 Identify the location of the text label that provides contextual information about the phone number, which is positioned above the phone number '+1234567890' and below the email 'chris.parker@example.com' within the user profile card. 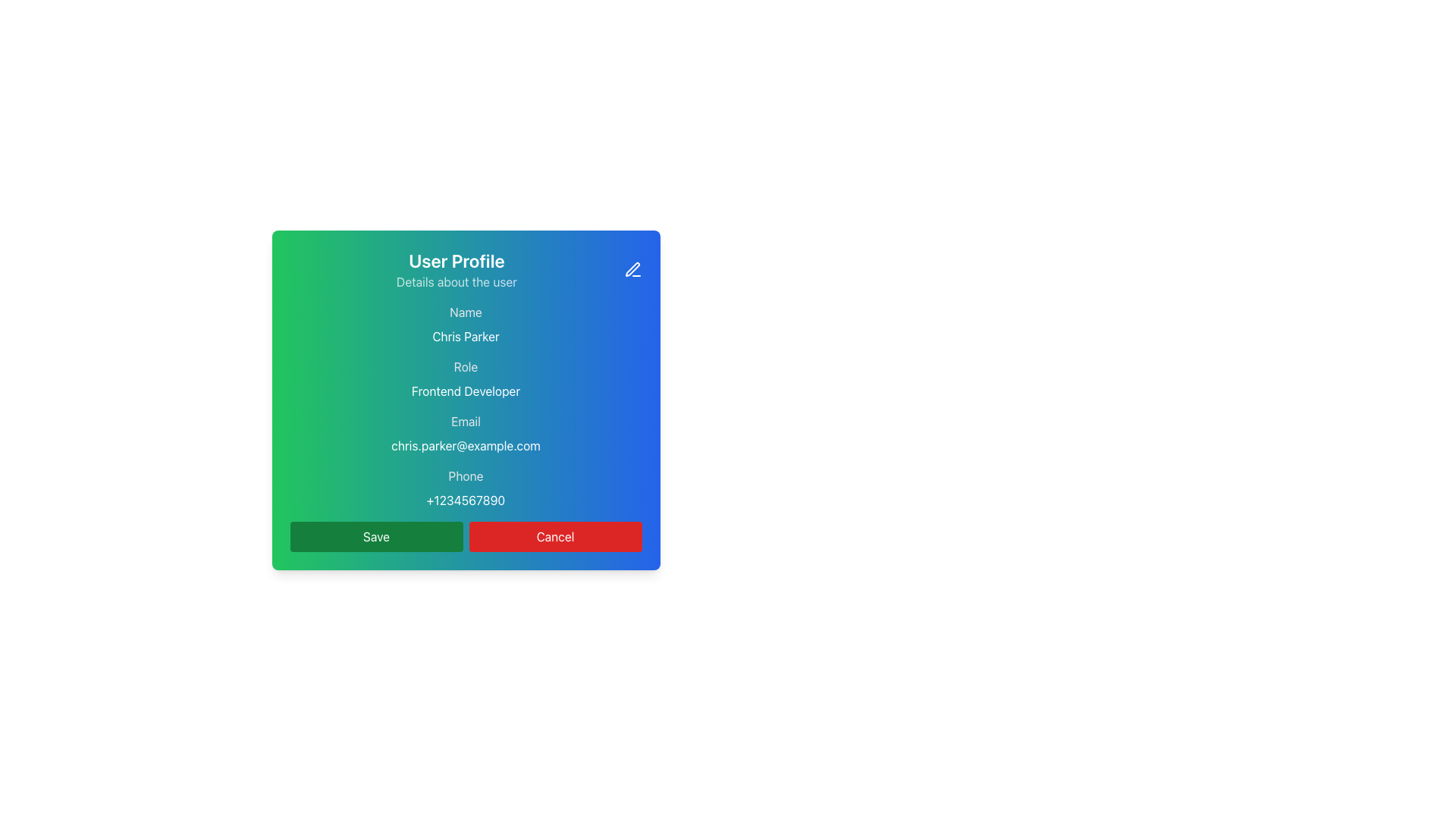
(465, 475).